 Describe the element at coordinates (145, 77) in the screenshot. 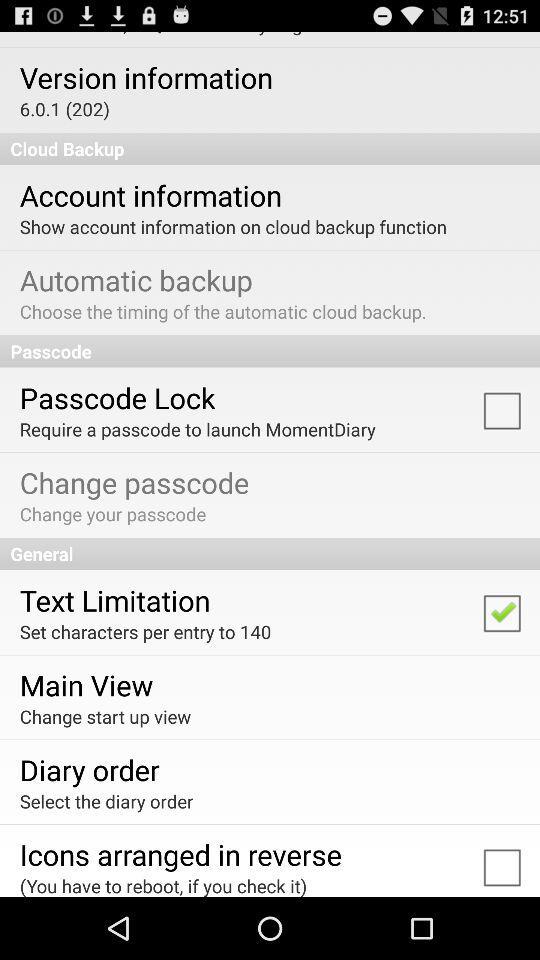

I see `app above the 6 0 1 item` at that location.